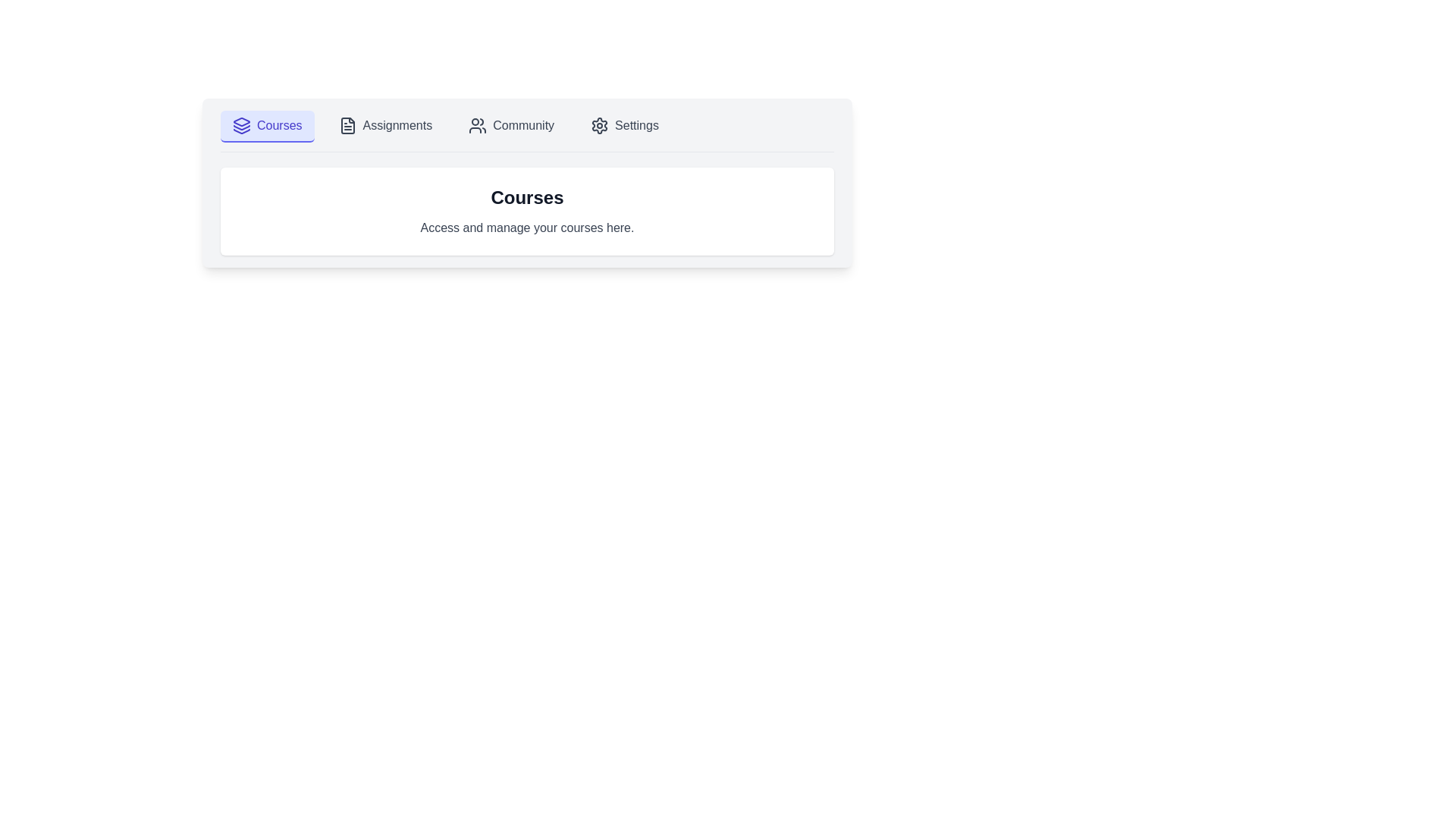 The height and width of the screenshot is (819, 1456). Describe the element at coordinates (637, 124) in the screenshot. I see `the 'Settings' text label in the top-right portion of the horizontal navigation menu` at that location.